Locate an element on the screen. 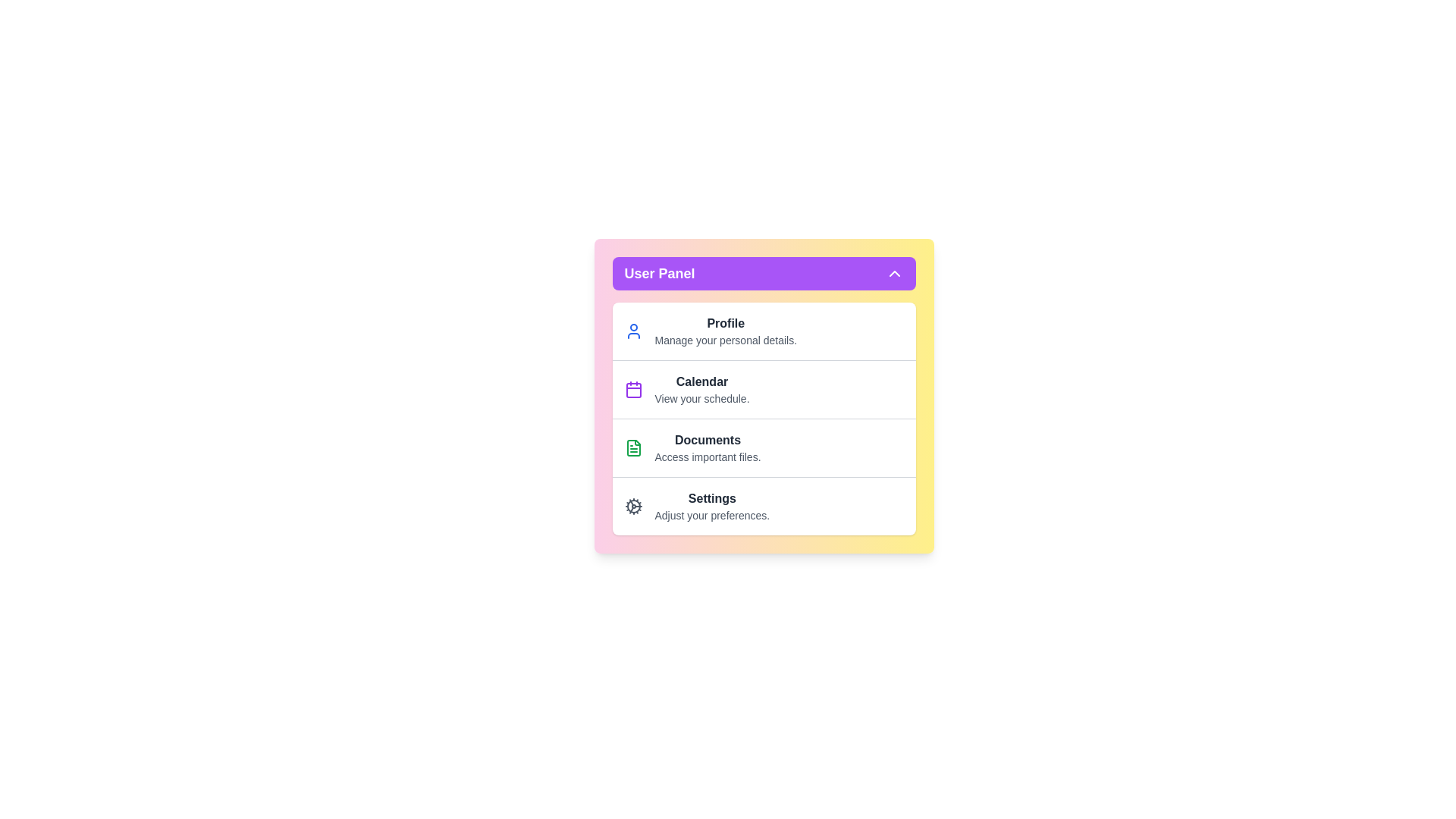 The image size is (1456, 819). the inner rounded rectangle of the purple calendar icon located in the second item of the 'User Panel' menu is located at coordinates (633, 390).